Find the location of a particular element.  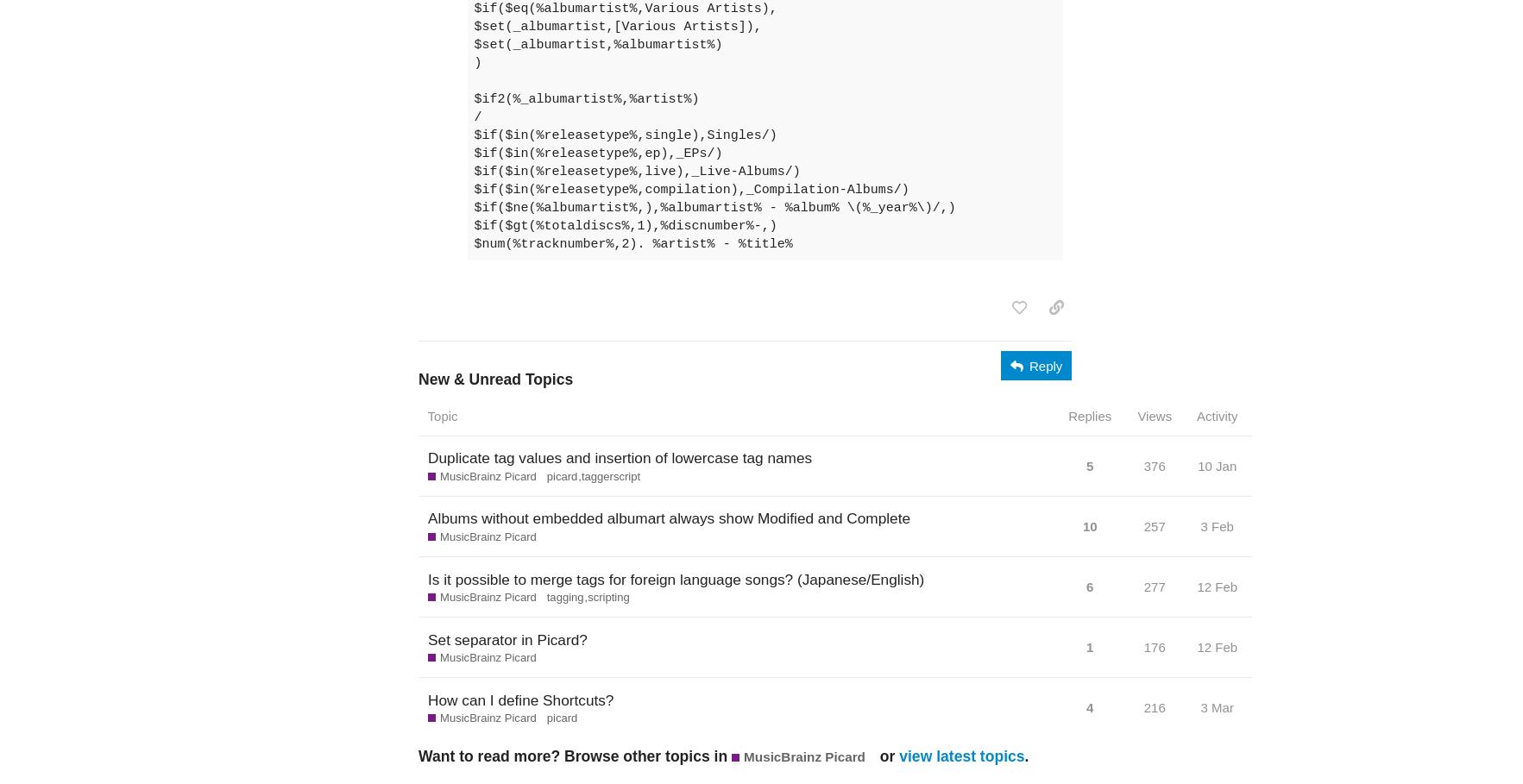

'Duplicate tag values and insertion of lowercase tag names' is located at coordinates (426, 458).